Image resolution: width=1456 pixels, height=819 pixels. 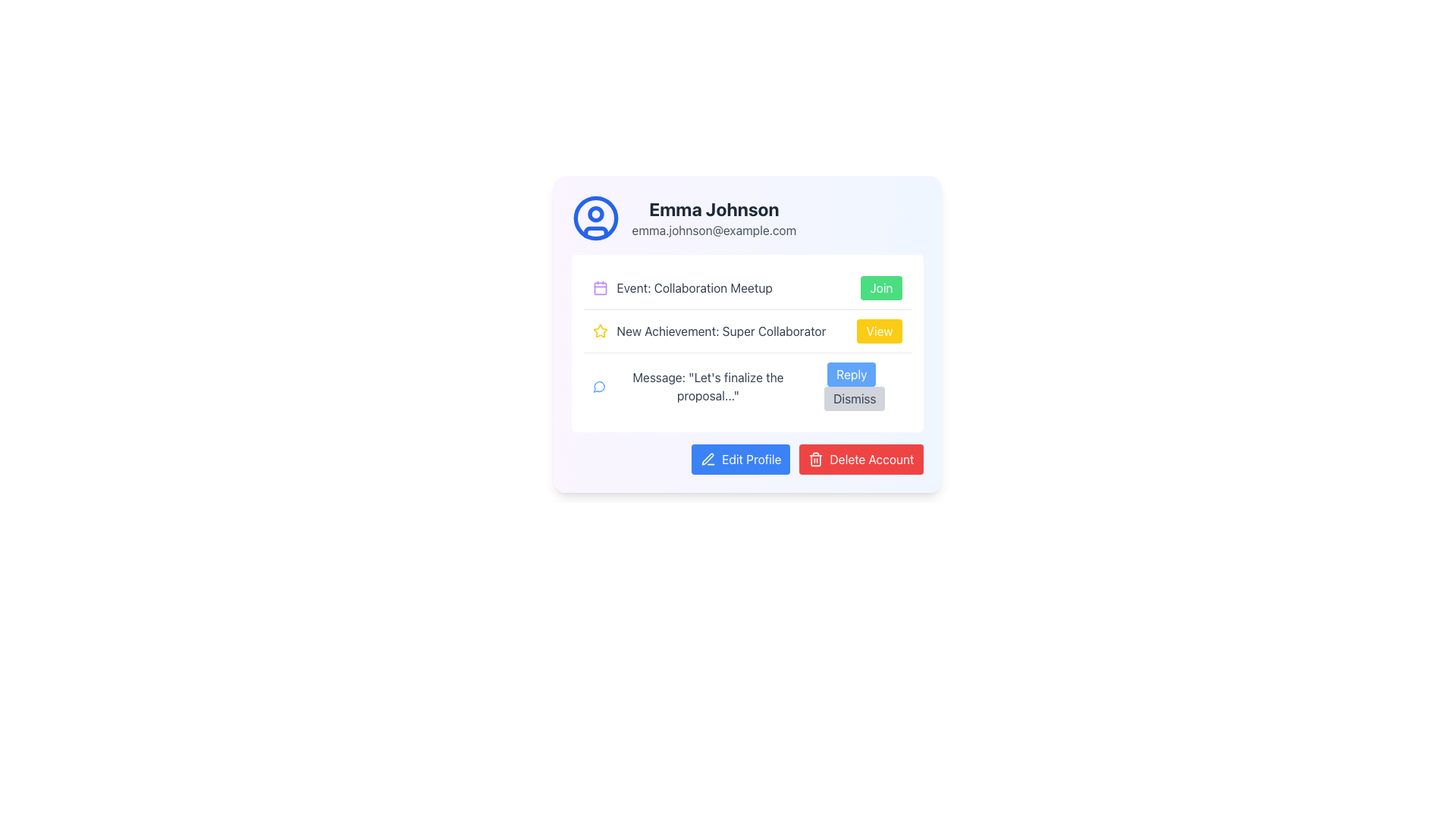 I want to click on the text display that shows the user's name and email address to focus on user details, so click(x=713, y=218).